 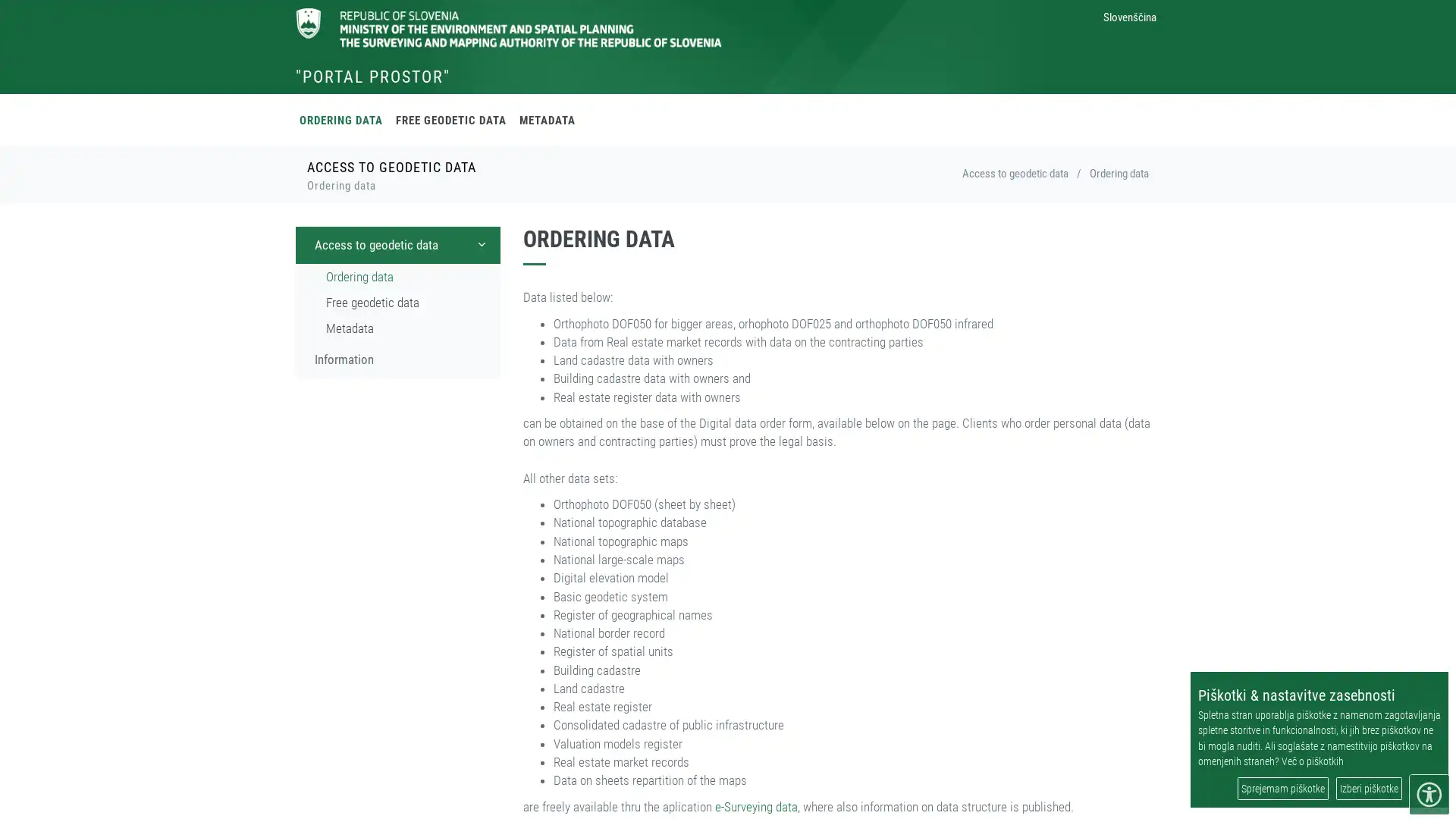 What do you see at coordinates (1429, 794) in the screenshot?
I see `meni dostopnosti` at bounding box center [1429, 794].